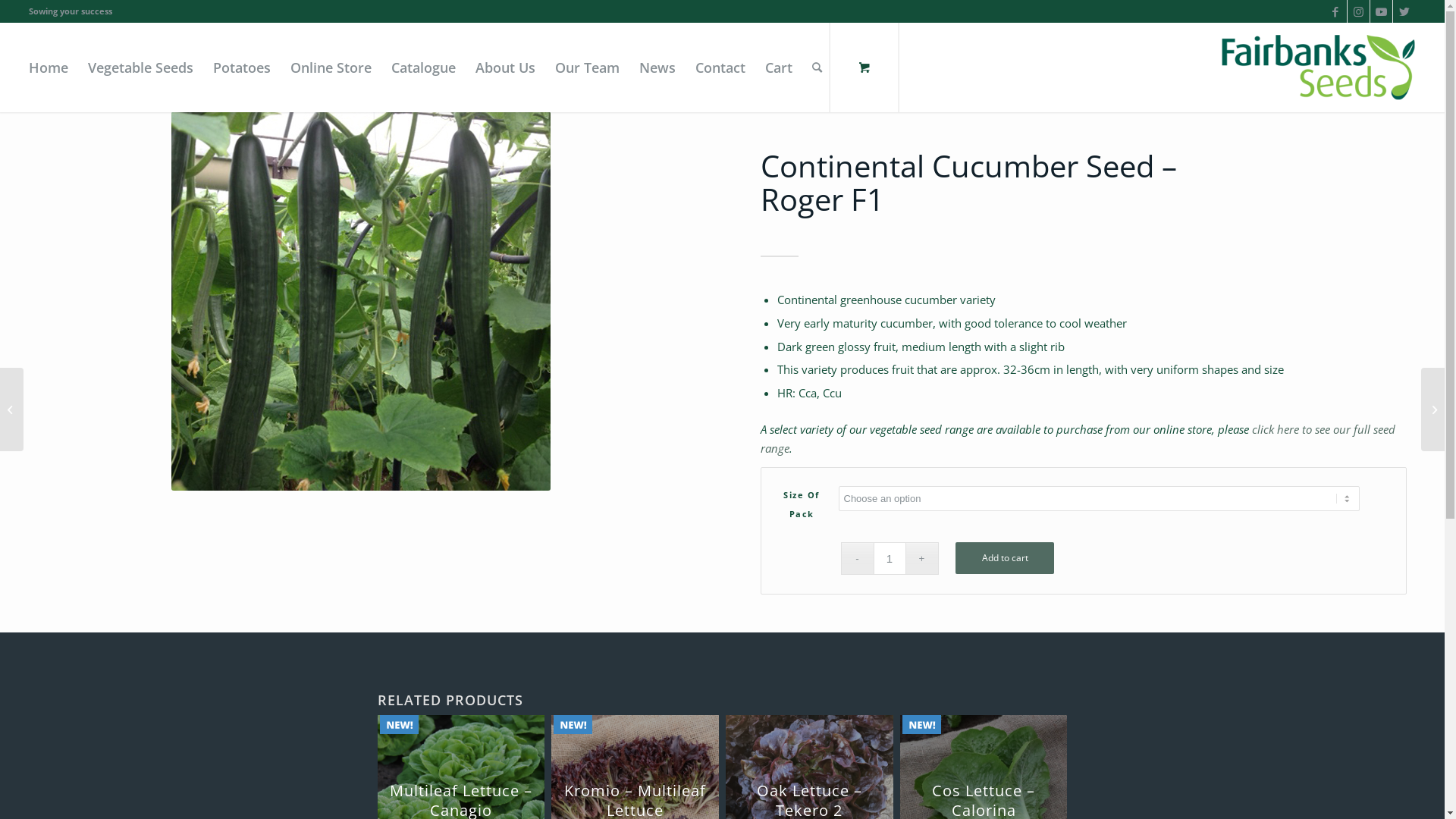 The height and width of the screenshot is (819, 1456). I want to click on 'Twitter', so click(1393, 11).